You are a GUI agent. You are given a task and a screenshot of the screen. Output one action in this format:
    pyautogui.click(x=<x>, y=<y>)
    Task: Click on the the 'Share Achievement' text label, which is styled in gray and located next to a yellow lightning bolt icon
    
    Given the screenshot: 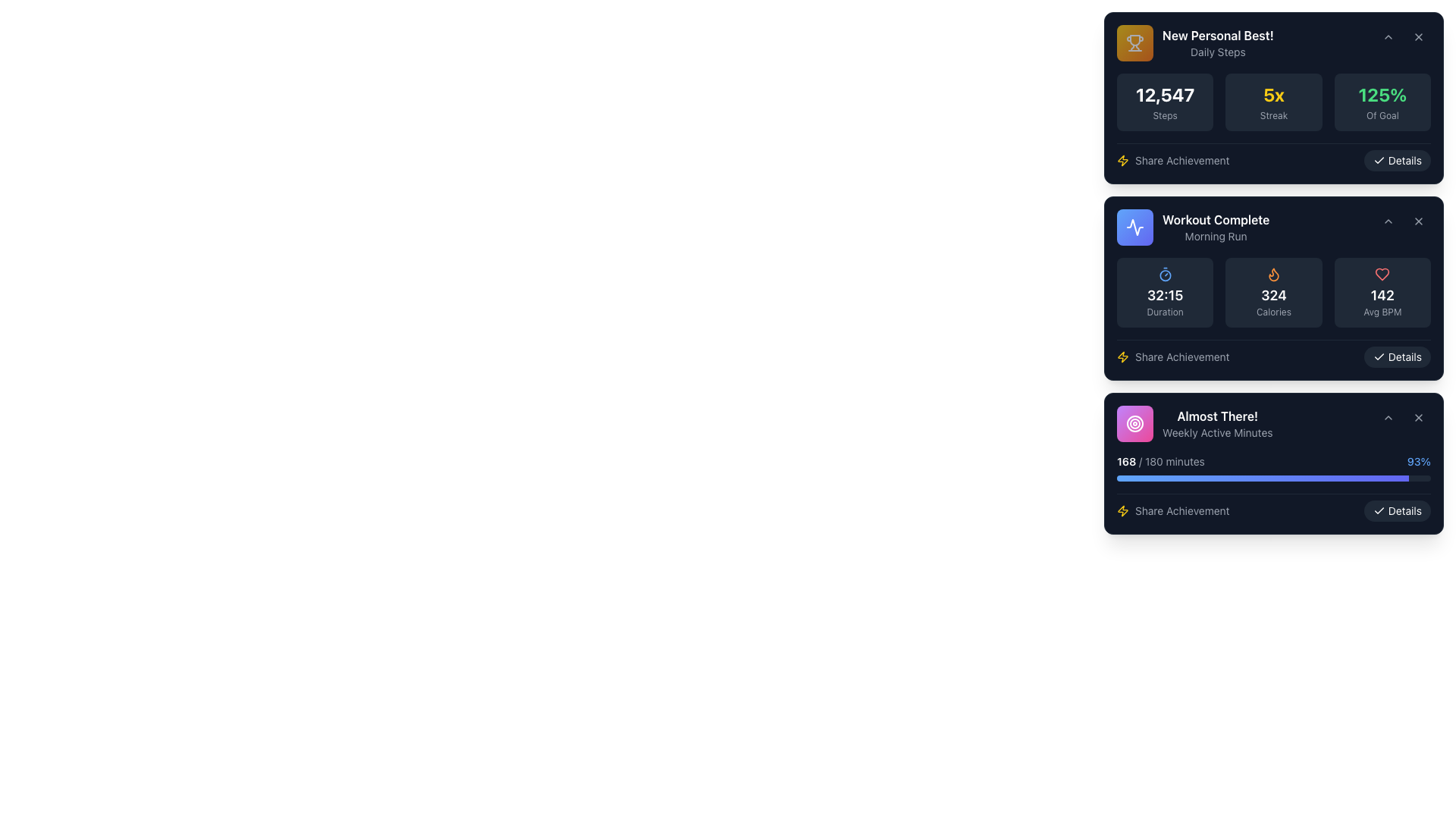 What is the action you would take?
    pyautogui.click(x=1181, y=161)
    